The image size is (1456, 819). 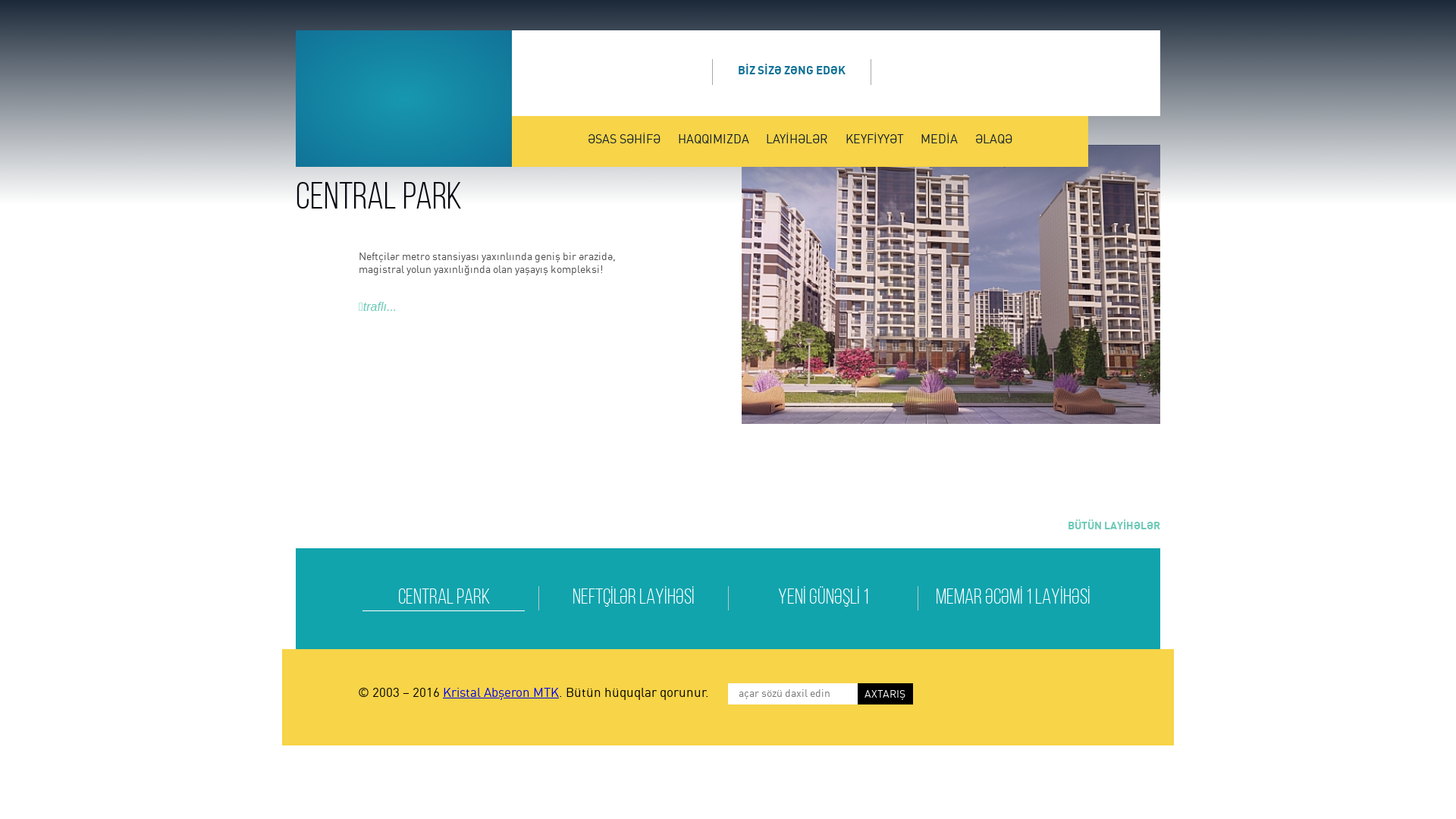 I want to click on 'HAQQIMIZDA', so click(x=712, y=140).